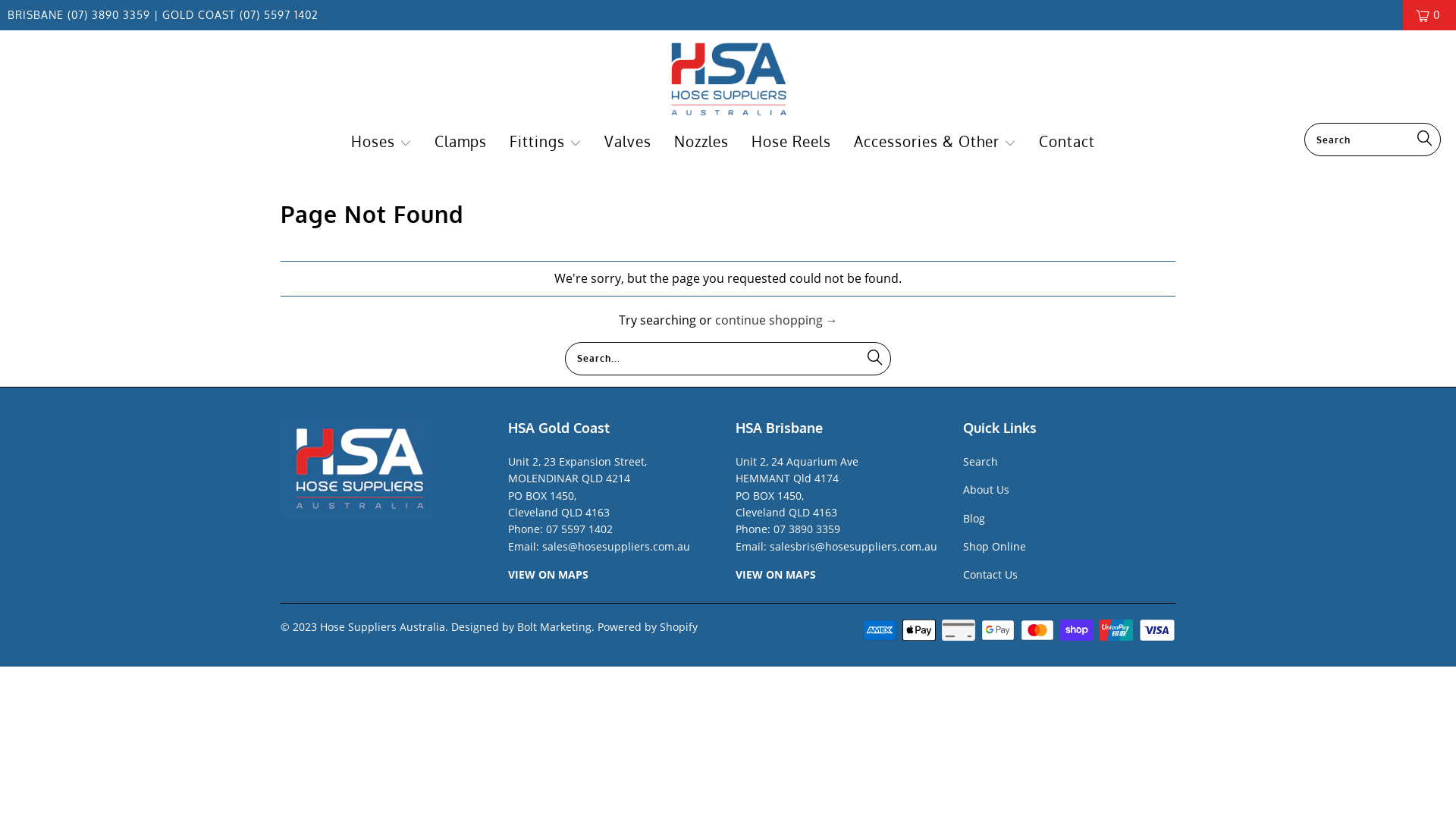  What do you see at coordinates (460, 142) in the screenshot?
I see `'Clamps'` at bounding box center [460, 142].